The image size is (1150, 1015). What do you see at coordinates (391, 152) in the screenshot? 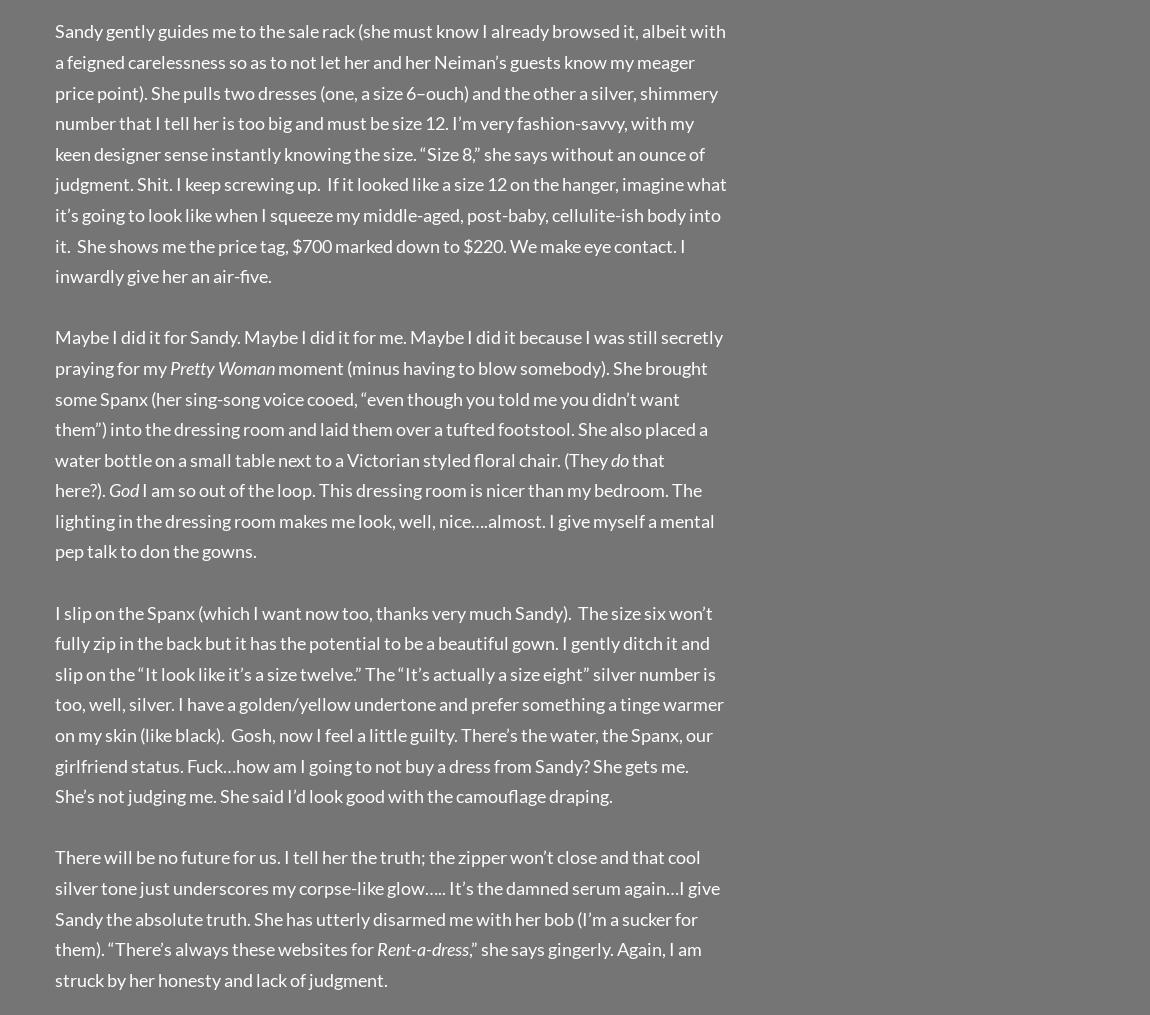
I see `'Sandy gently guides me to the sale rack (she must know I already browsed it, albeit with a feigned carelessness so as to not let her and her Neiman’s guests know my meager price point). She pulls two dresses (one, a size 6–ouch) and the other a silver, shimmery number that I tell her is too big and must be size 12. I’m very fashion-savvy, with my keen designer sense instantly knowing the size. “Size 8,” she says without an ounce of judgment. Shit. I keep screwing up.  If it looked like a size 12 on the hanger, imagine what it’s going to look like when I squeeze my middle-aged, post-baby, cellulite-ish body into it.  She shows me the price tag, $700 marked down to $220. We make eye contact. I inwardly give her an air-five.'` at bounding box center [391, 152].